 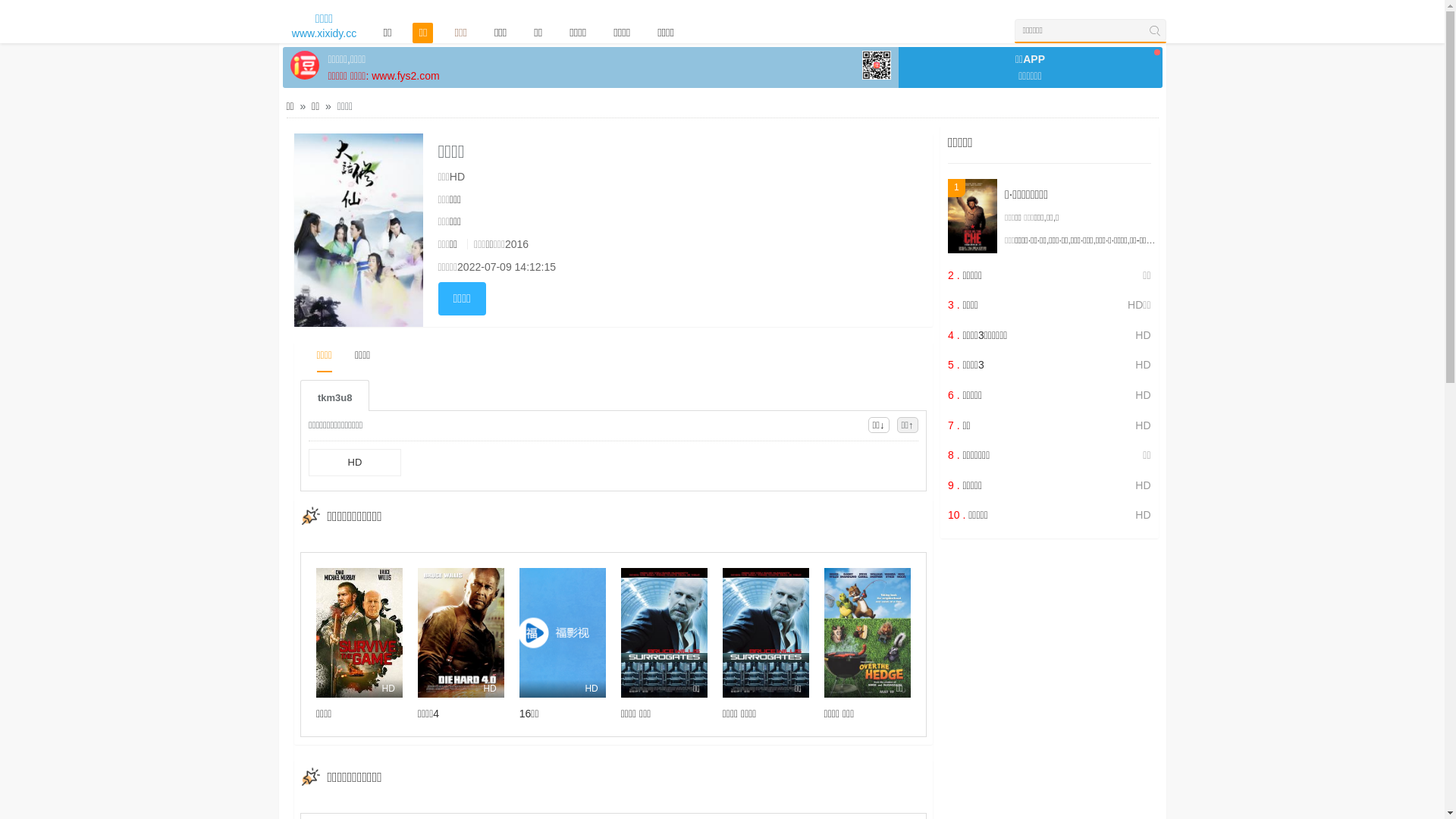 What do you see at coordinates (972, 216) in the screenshot?
I see `'1'` at bounding box center [972, 216].